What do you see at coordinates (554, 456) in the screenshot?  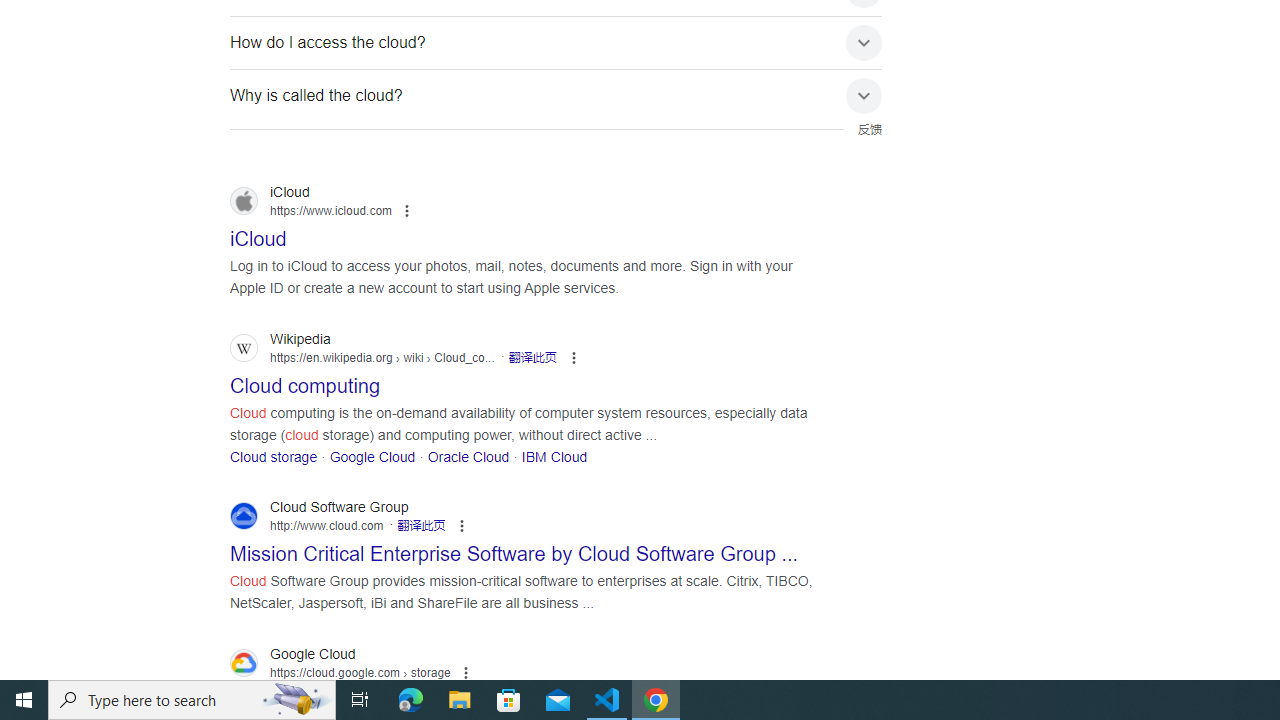 I see `'IBM Cloud'` at bounding box center [554, 456].